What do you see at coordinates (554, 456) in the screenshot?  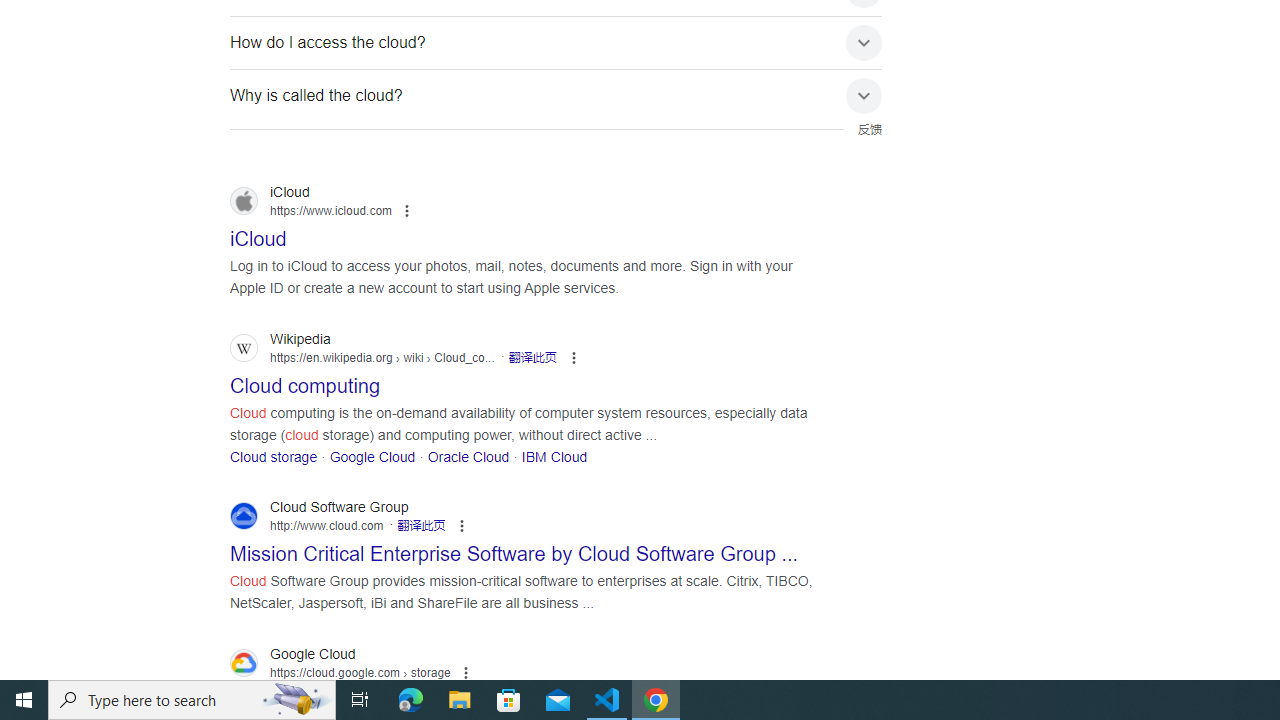 I see `'IBM Cloud'` at bounding box center [554, 456].